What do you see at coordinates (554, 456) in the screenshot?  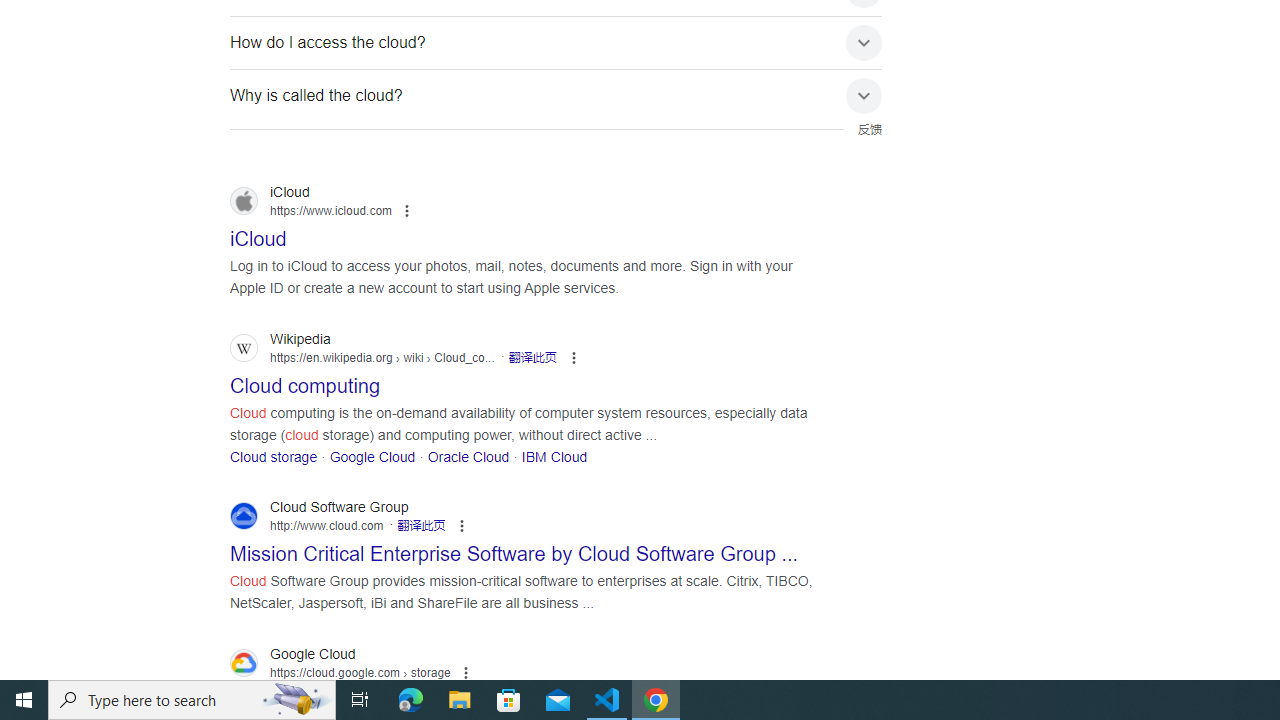 I see `'IBM Cloud'` at bounding box center [554, 456].